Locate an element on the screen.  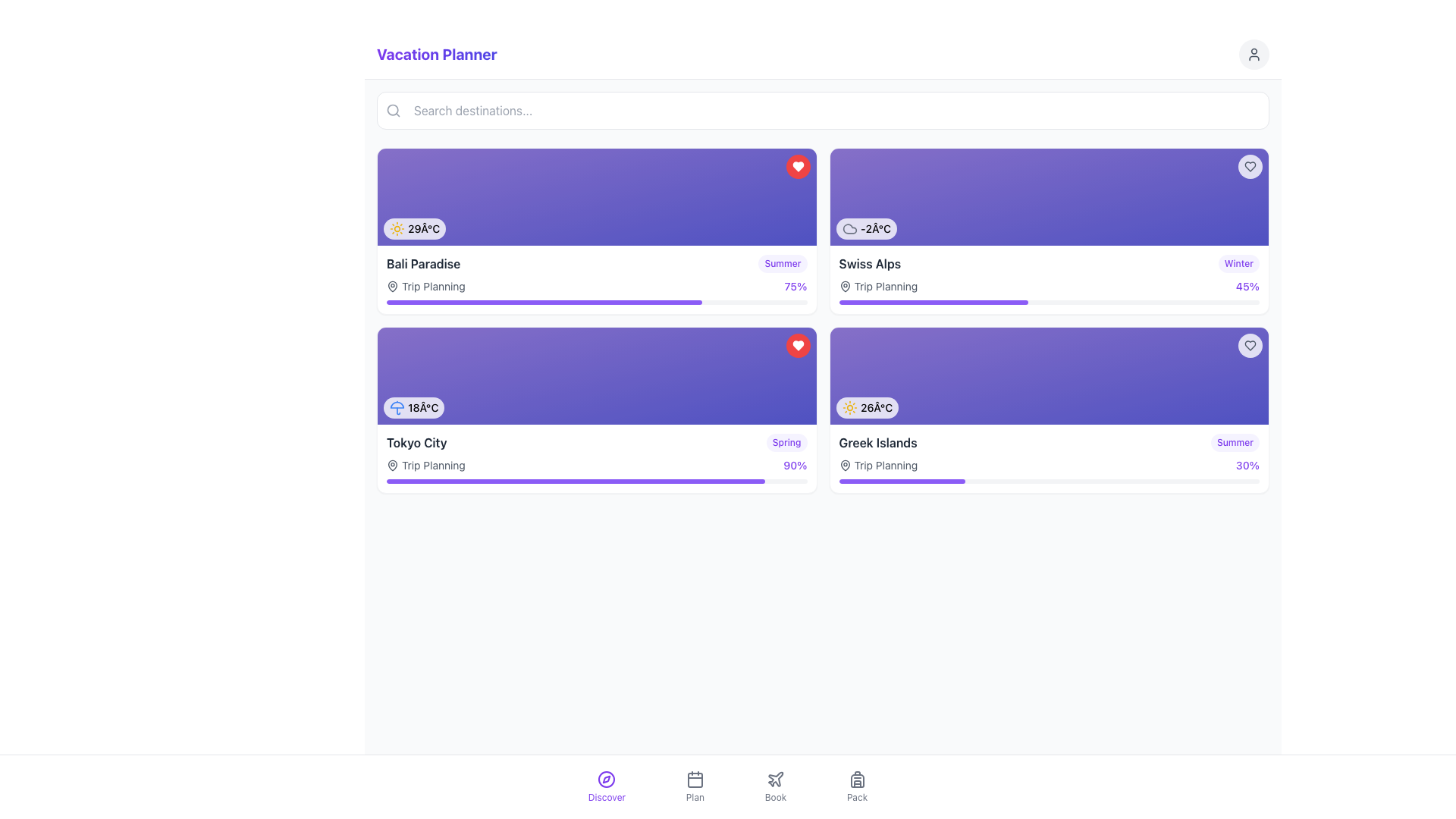
the favorite button for the 'Tokyo City' destination located in the top-right corner of its purple card is located at coordinates (797, 345).